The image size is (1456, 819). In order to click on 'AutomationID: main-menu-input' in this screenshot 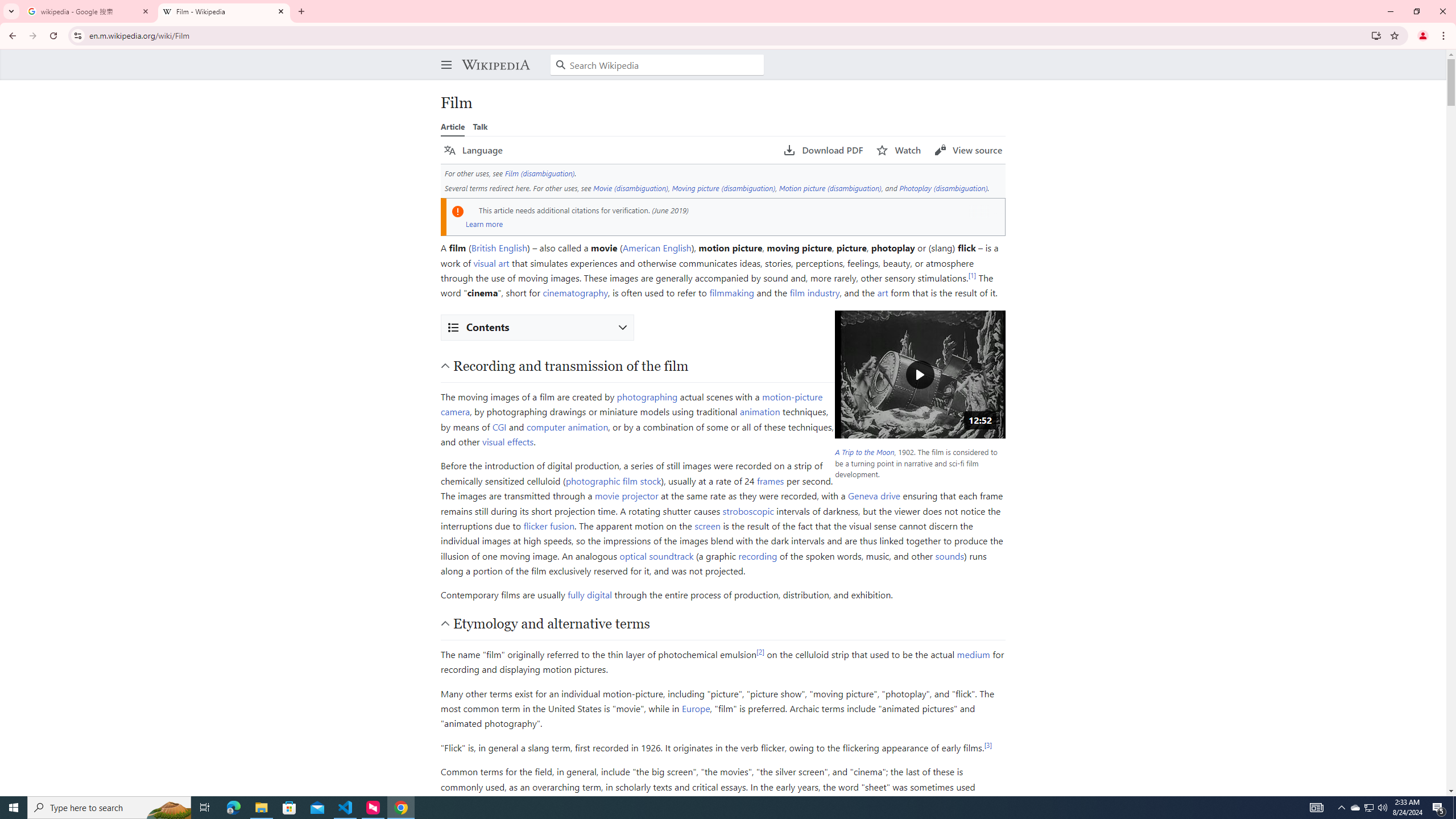, I will do `click(443, 55)`.